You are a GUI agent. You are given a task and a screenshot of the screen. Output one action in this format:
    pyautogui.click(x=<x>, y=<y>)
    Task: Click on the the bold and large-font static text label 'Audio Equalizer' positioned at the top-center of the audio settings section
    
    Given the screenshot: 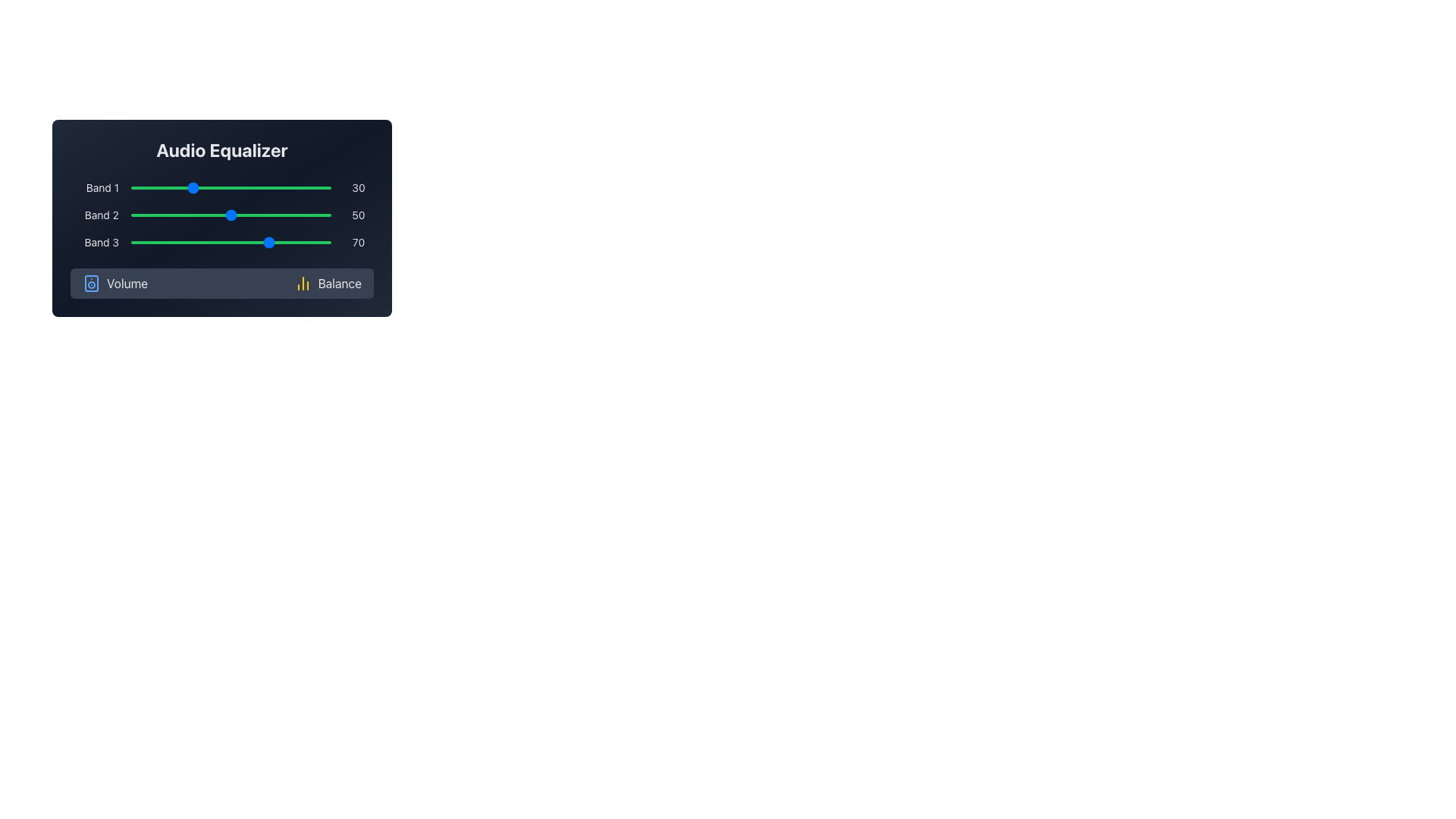 What is the action you would take?
    pyautogui.click(x=221, y=149)
    